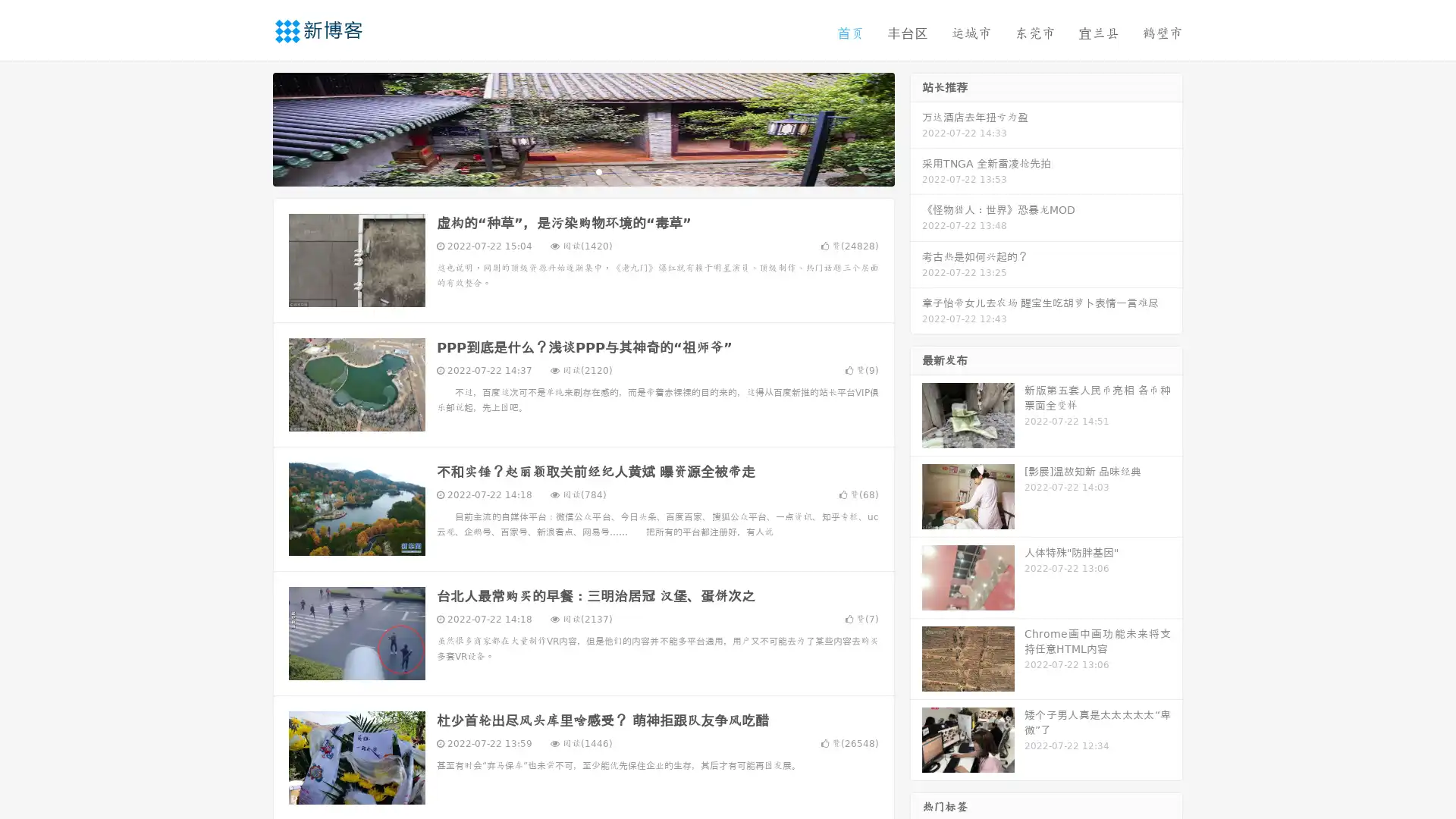 The image size is (1456, 819). Describe the element at coordinates (916, 127) in the screenshot. I see `Next slide` at that location.